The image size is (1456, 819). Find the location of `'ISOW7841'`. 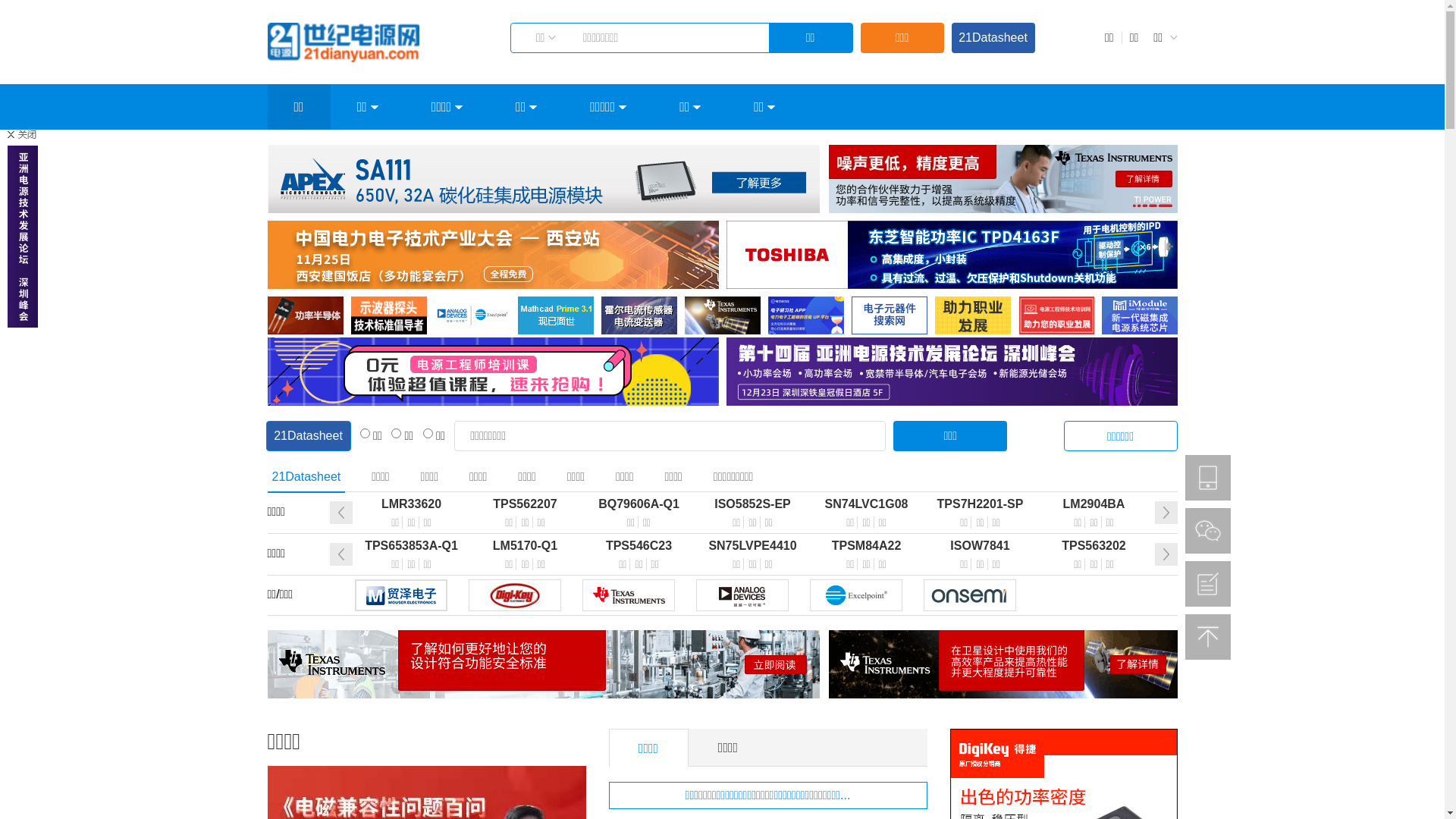

'ISOW7841' is located at coordinates (923, 546).